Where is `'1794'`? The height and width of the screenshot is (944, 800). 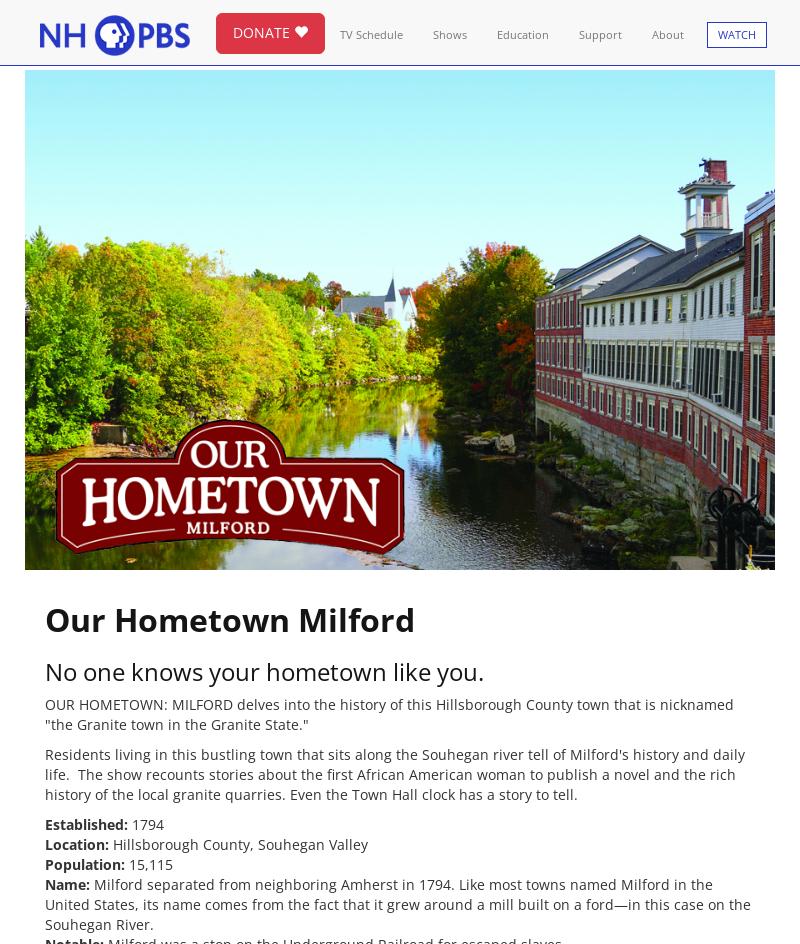 '1794' is located at coordinates (146, 822).